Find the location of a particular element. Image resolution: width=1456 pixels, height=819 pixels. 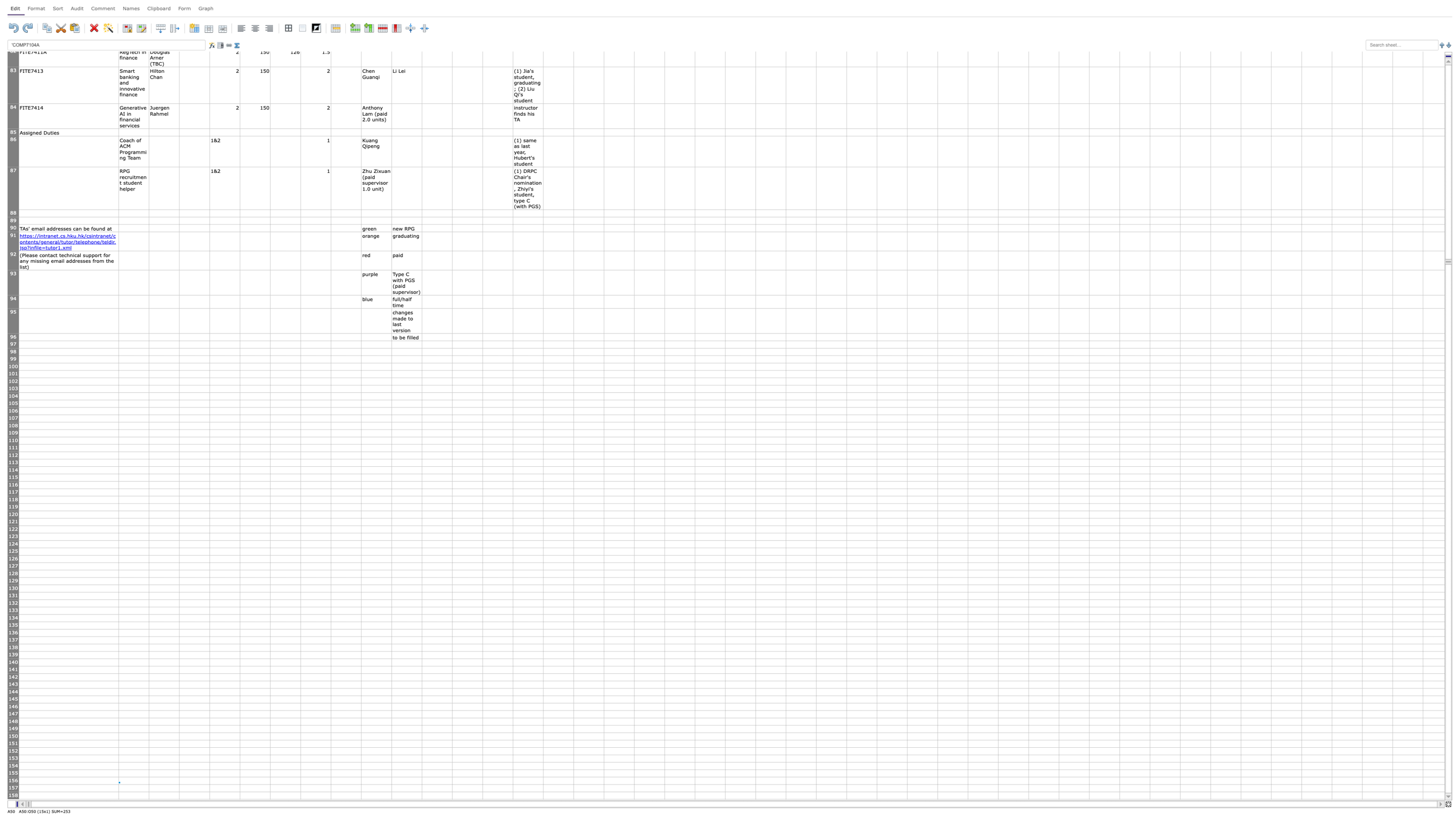

to select row 155 is located at coordinates (13, 773).